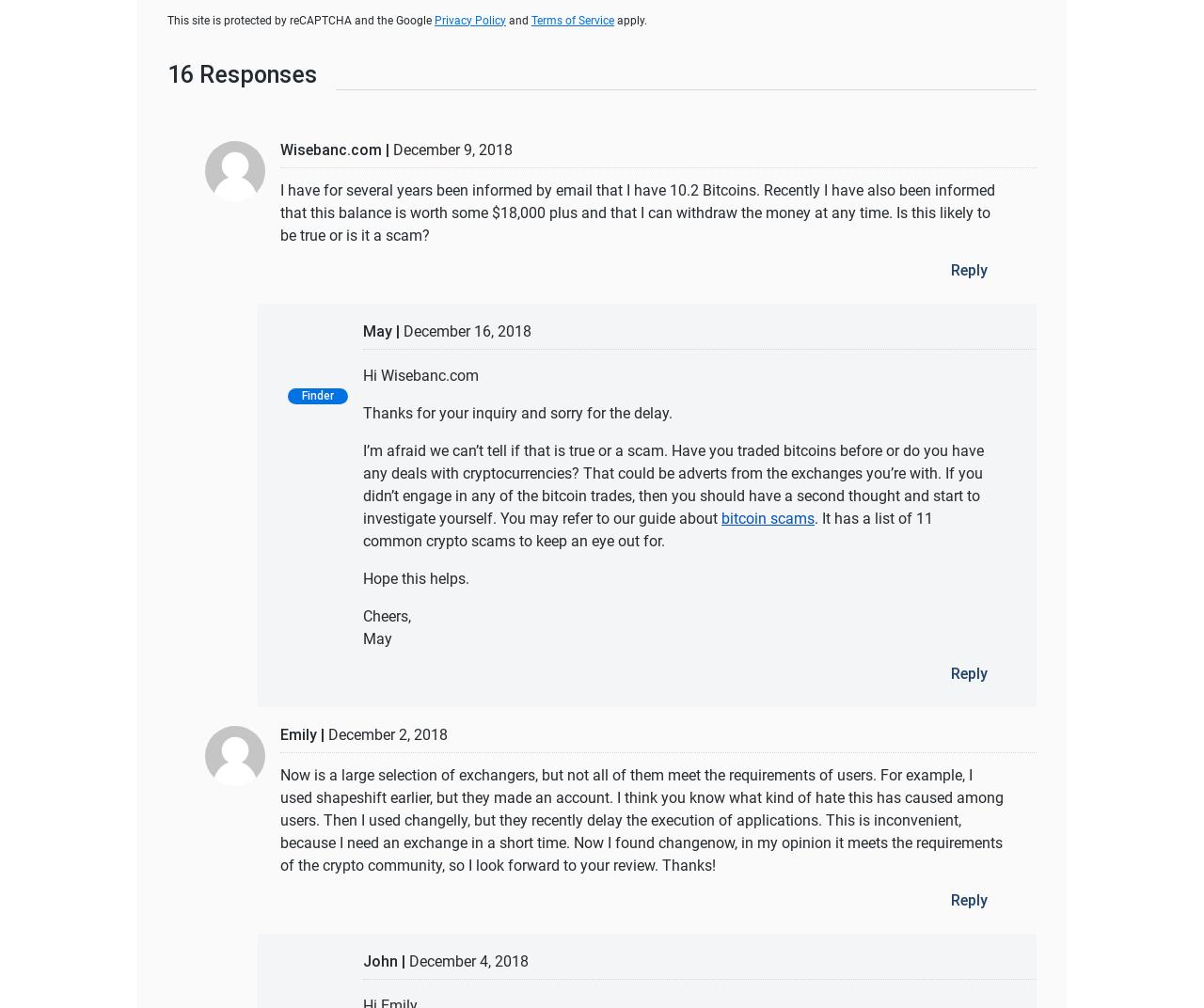 Image resolution: width=1204 pixels, height=1008 pixels. I want to click on 'Hope this helps.', so click(415, 577).